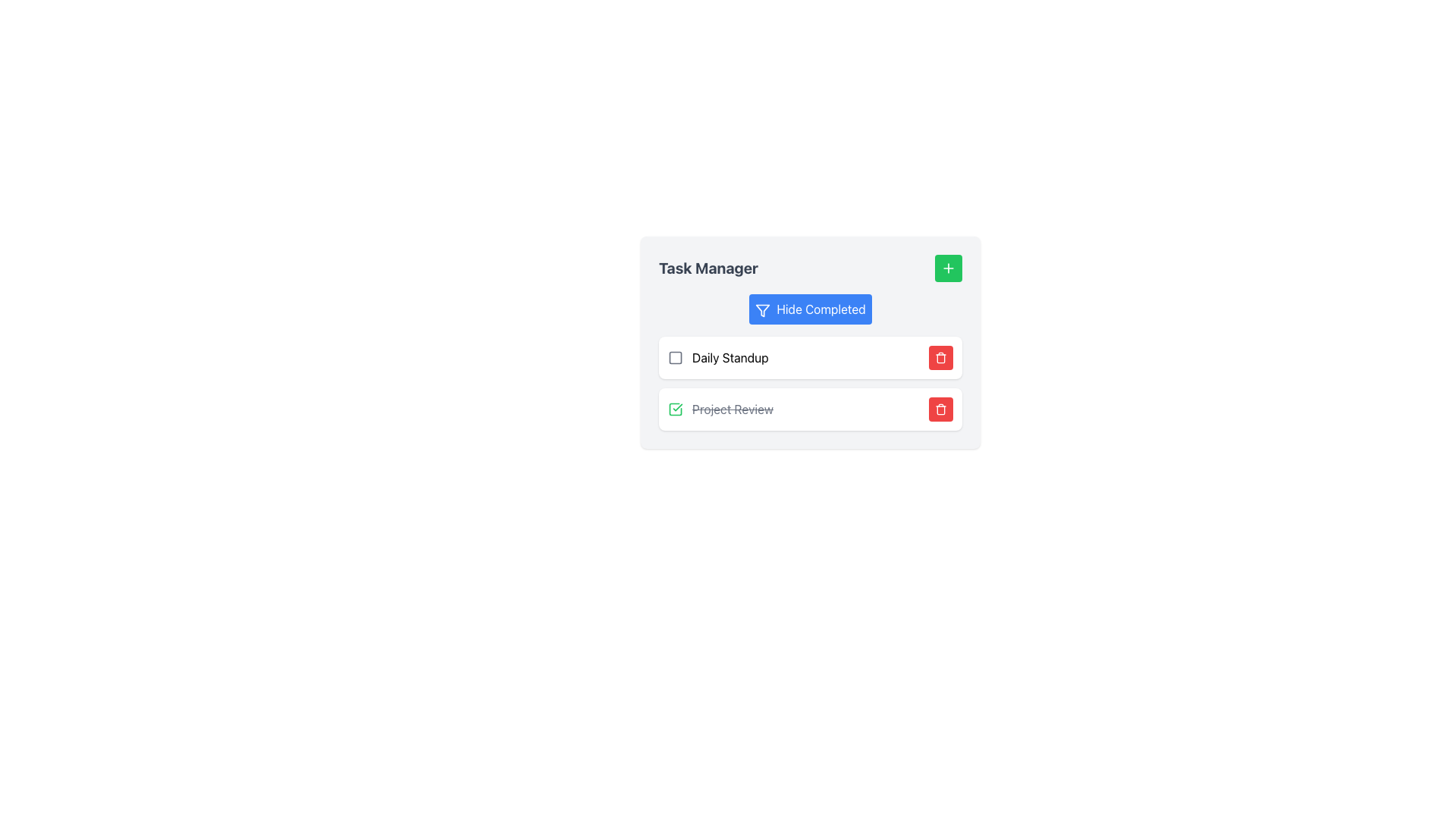 The width and height of the screenshot is (1456, 819). What do you see at coordinates (720, 409) in the screenshot?
I see `the 'Project Review' label which has a line-through effect and is next to a green checkmark icon, located in the Task Manager section beneath the Daily Standup item` at bounding box center [720, 409].